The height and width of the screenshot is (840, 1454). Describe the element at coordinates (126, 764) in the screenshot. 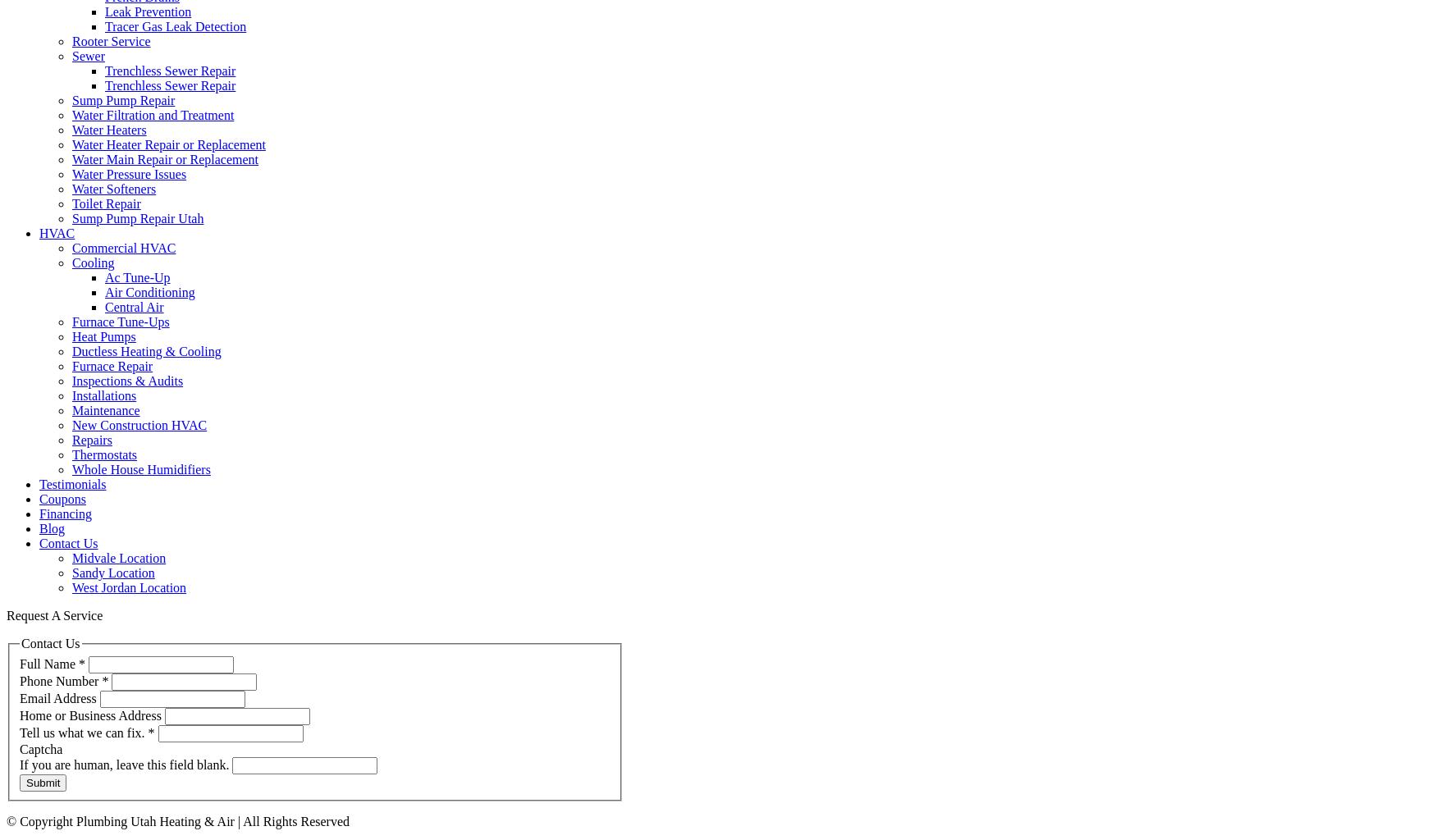

I see `'If you are human, leave this field blank.'` at that location.